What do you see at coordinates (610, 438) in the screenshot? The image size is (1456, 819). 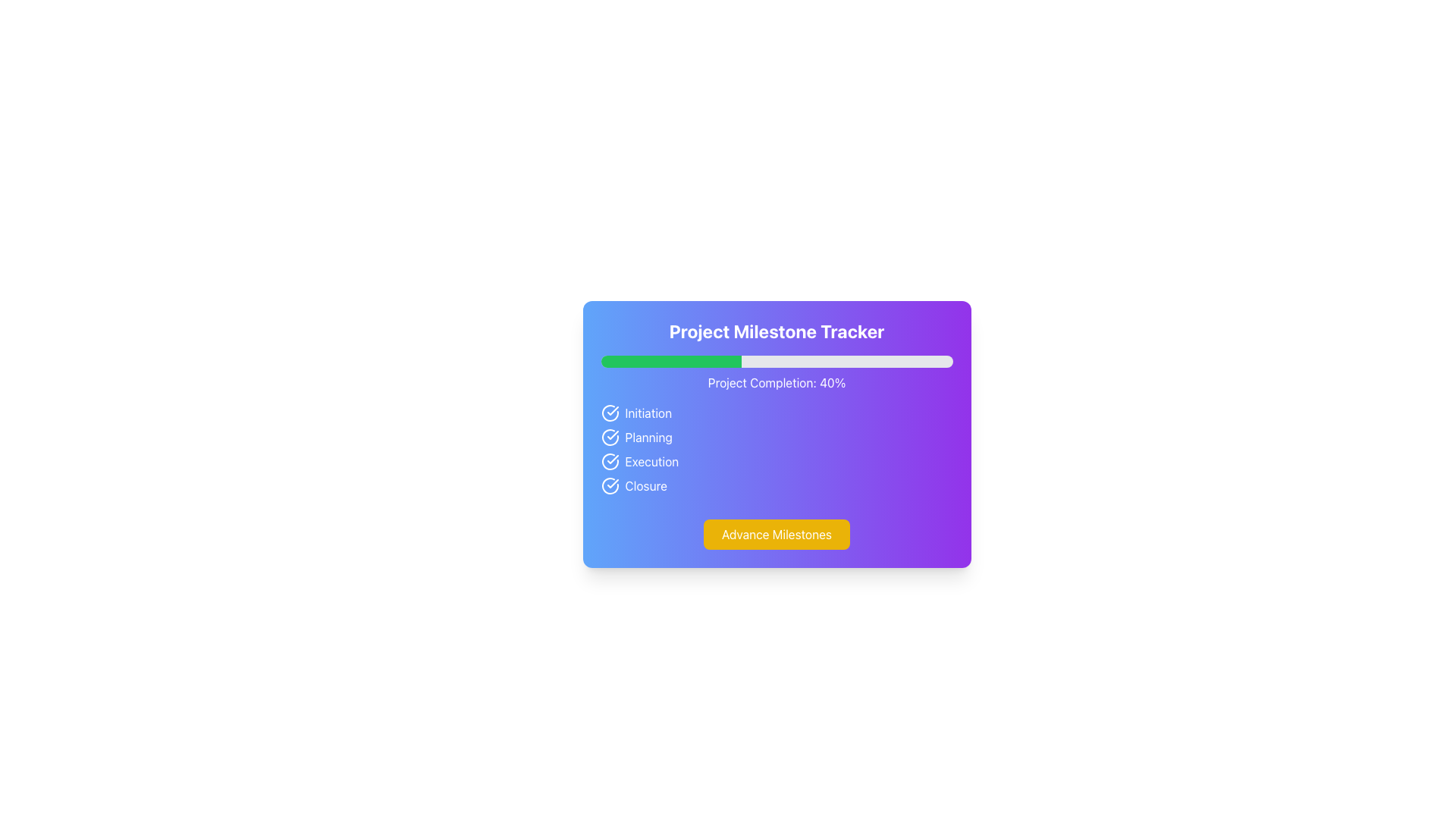 I see `the circular checkmark icon representing the status of the 'Planning' milestone located in the second row of list items` at bounding box center [610, 438].